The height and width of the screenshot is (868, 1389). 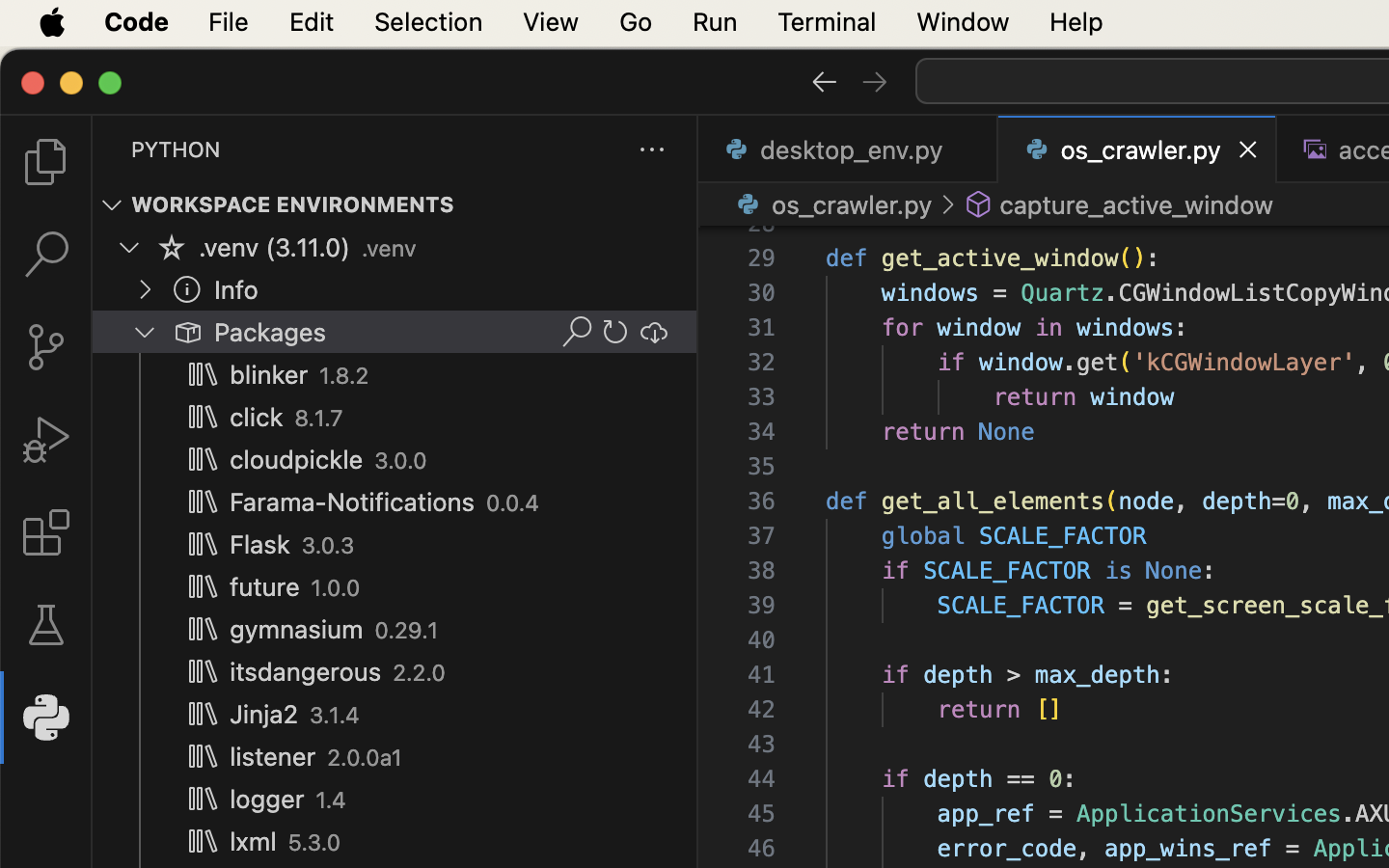 What do you see at coordinates (186, 287) in the screenshot?
I see `''` at bounding box center [186, 287].